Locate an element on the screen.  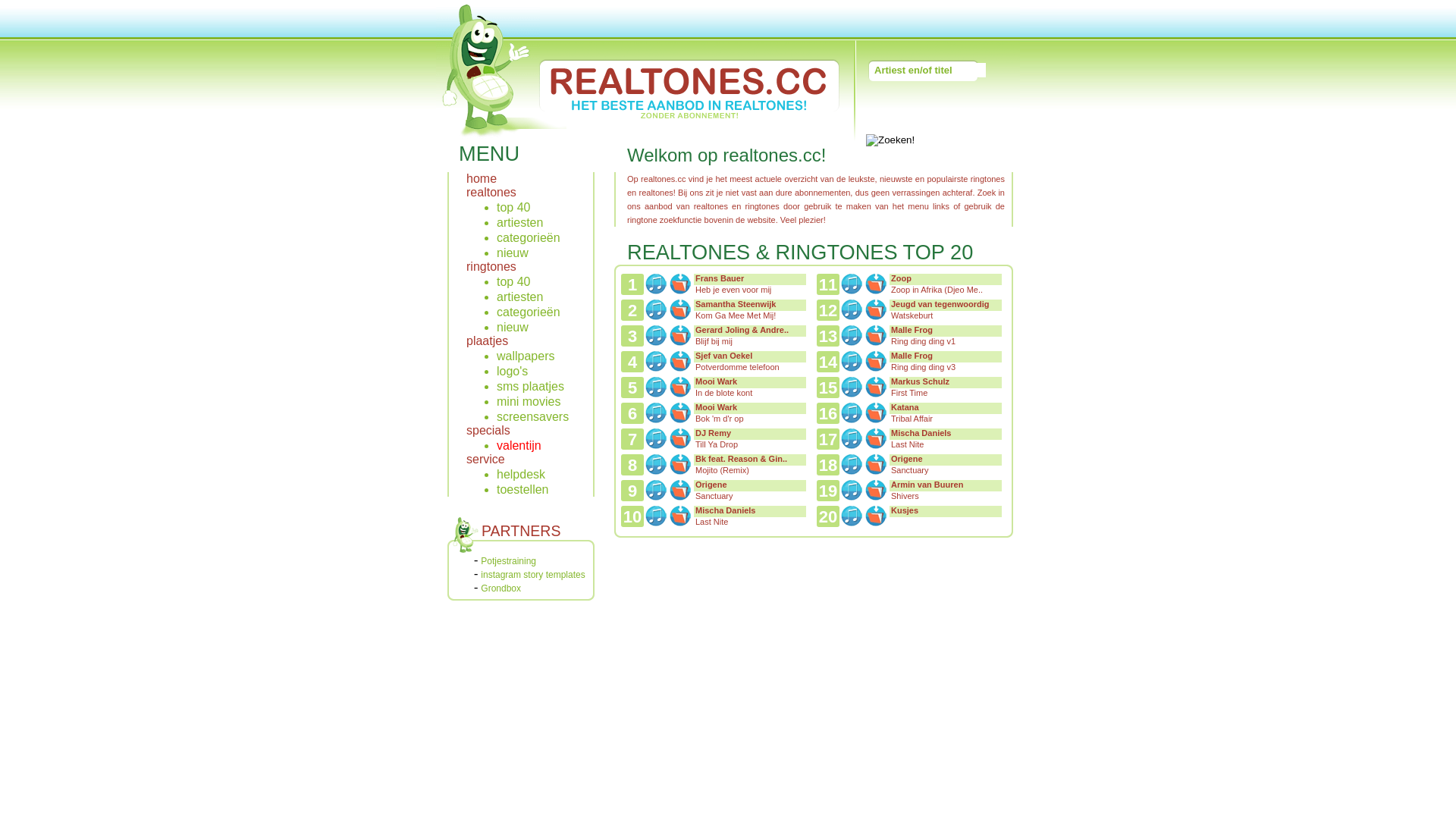
'artiesten' is located at coordinates (519, 222).